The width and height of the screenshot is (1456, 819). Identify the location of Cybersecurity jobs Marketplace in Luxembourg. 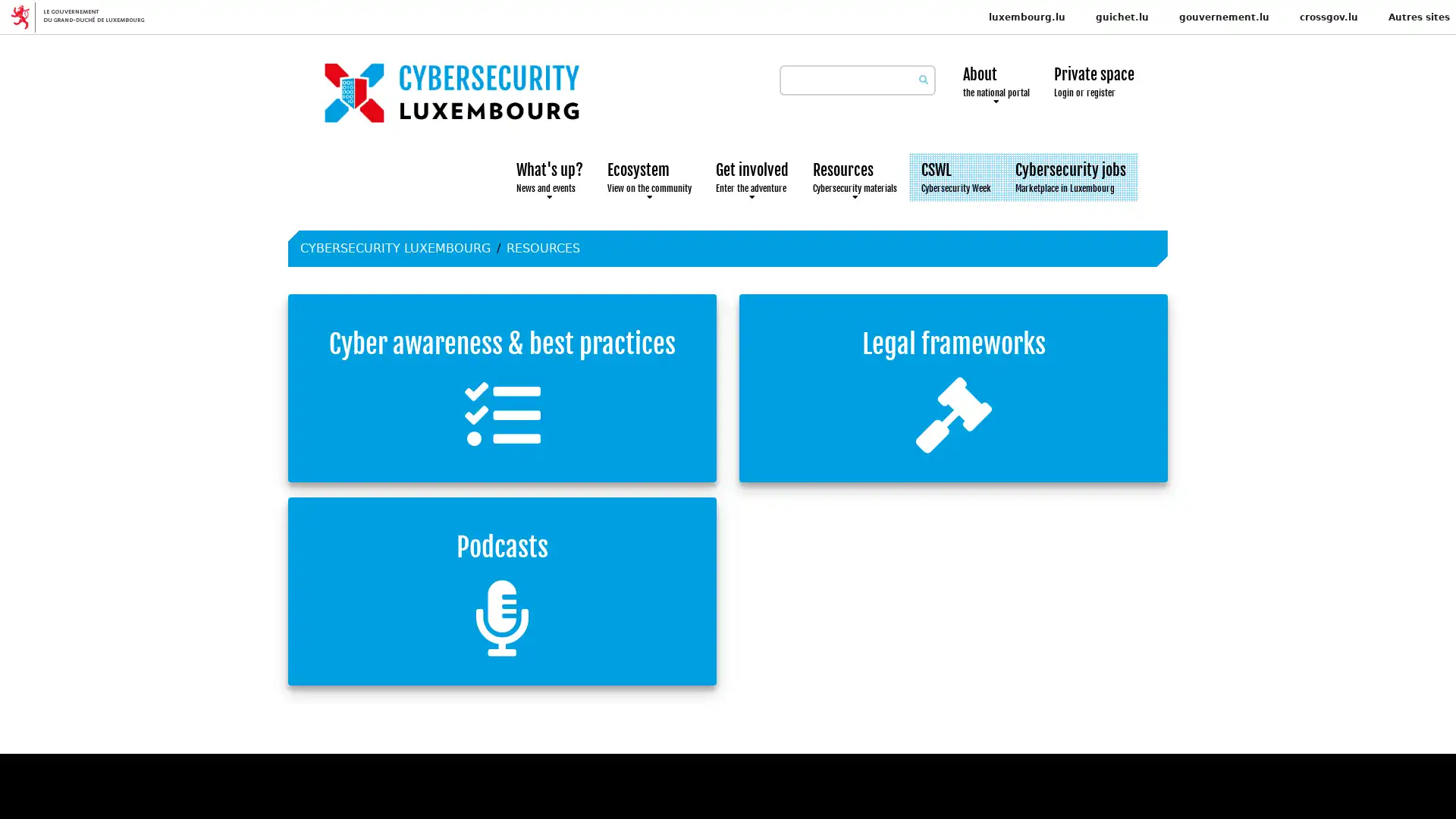
(1069, 177).